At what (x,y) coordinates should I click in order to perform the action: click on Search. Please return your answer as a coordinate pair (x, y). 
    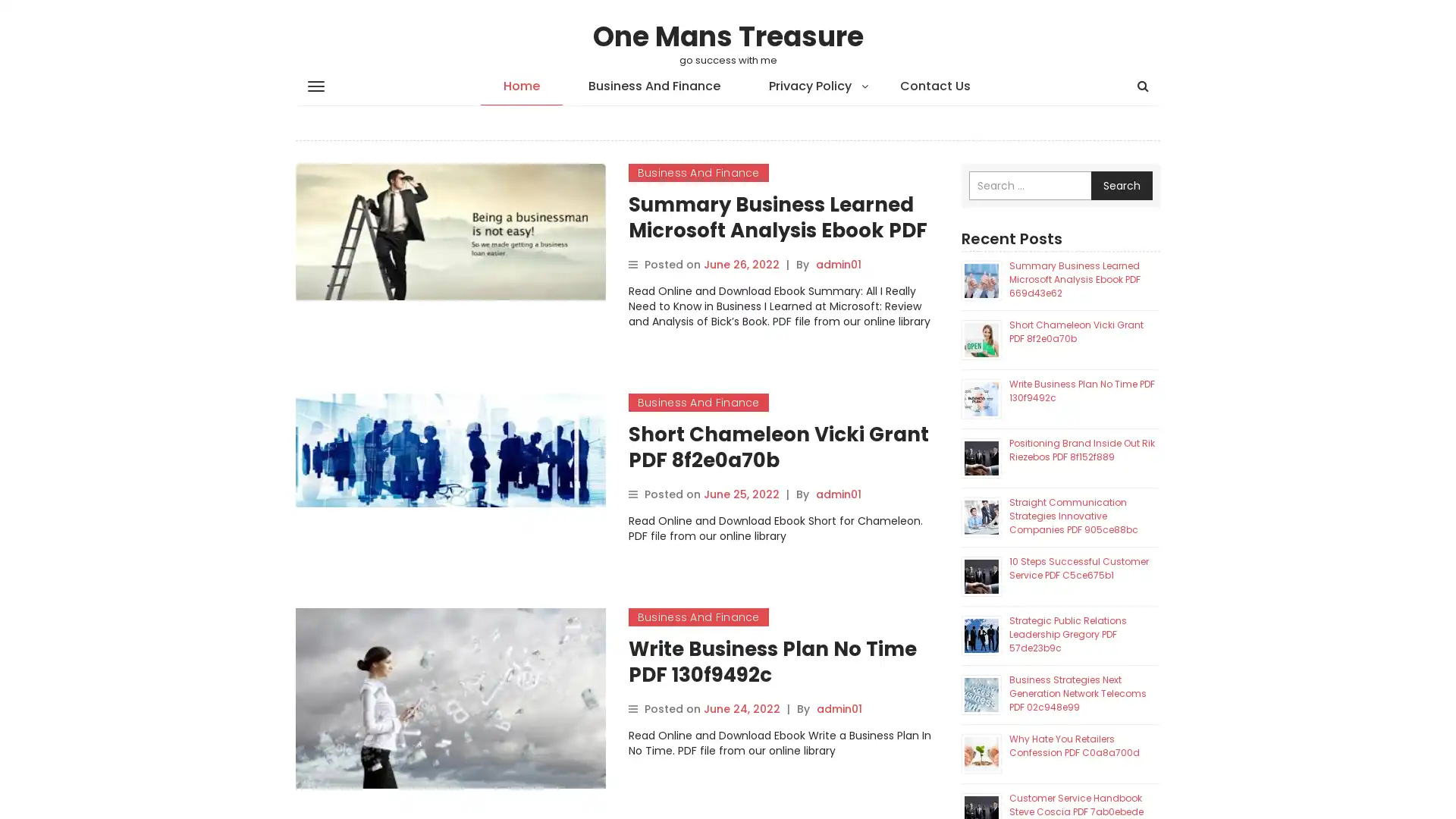
    Looking at the image, I should click on (1122, 185).